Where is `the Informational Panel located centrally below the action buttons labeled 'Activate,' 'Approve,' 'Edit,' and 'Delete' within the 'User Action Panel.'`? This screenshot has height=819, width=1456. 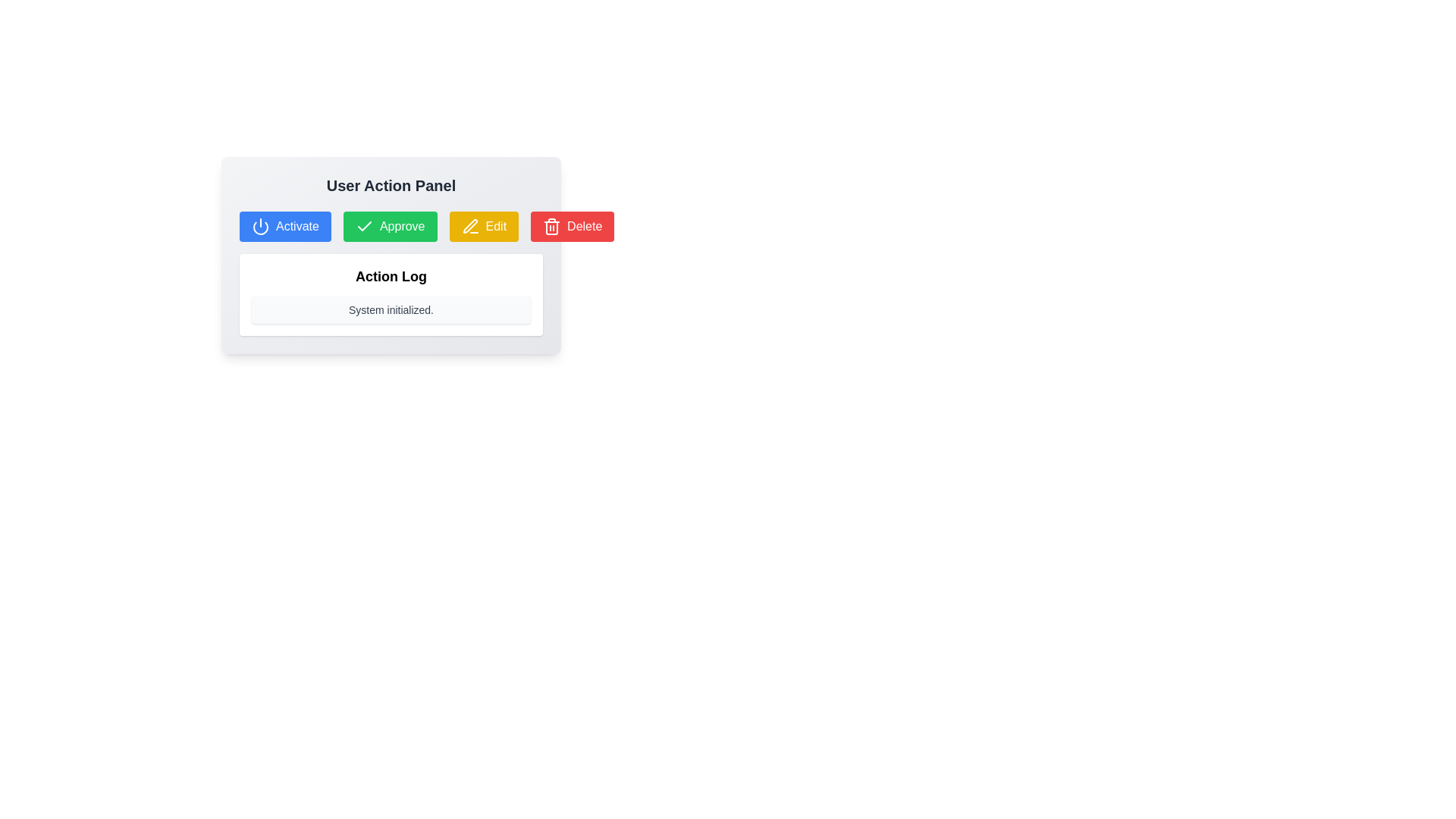
the Informational Panel located centrally below the action buttons labeled 'Activate,' 'Approve,' 'Edit,' and 'Delete' within the 'User Action Panel.' is located at coordinates (391, 295).